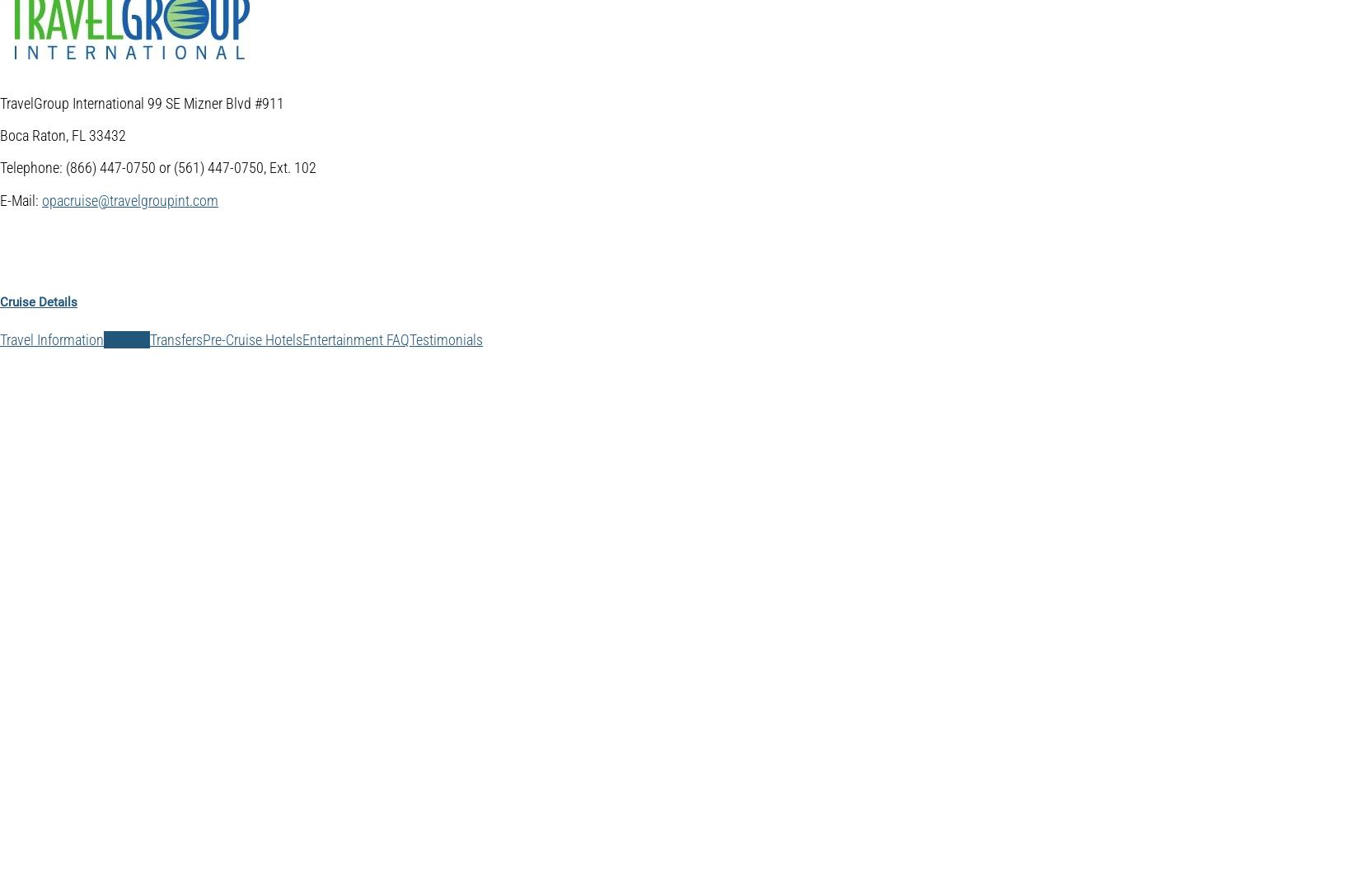 Image resolution: width=1372 pixels, height=869 pixels. Describe the element at coordinates (105, 683) in the screenshot. I see `'9926 SE 36th Ave. / CR467 Belleview, FL 34420'` at that location.